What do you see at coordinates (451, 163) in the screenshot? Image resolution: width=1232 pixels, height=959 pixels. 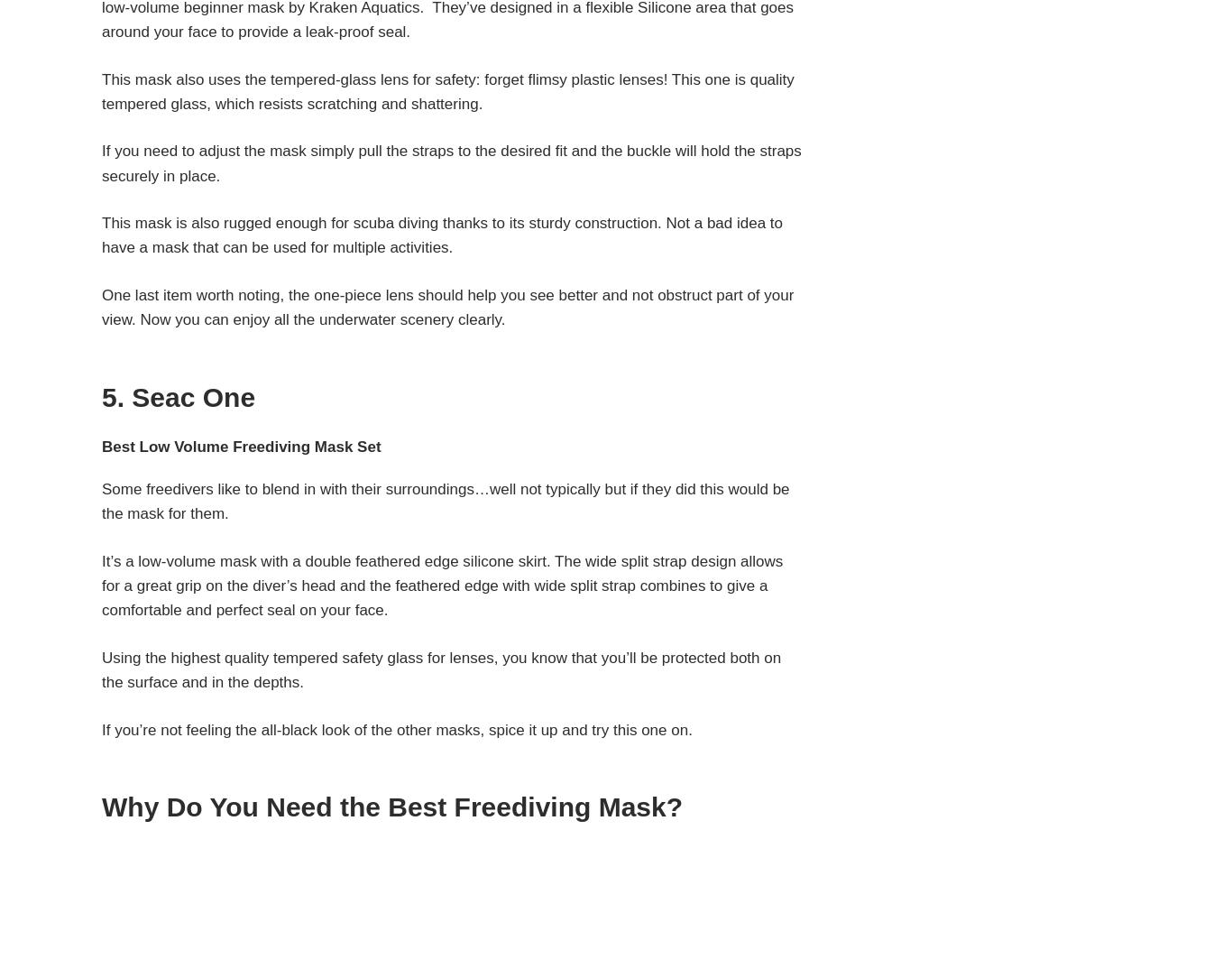 I see `'If you need to adjust the mask simply pull the straps to the desired fit and the buckle will hold the straps securely in place.'` at bounding box center [451, 163].